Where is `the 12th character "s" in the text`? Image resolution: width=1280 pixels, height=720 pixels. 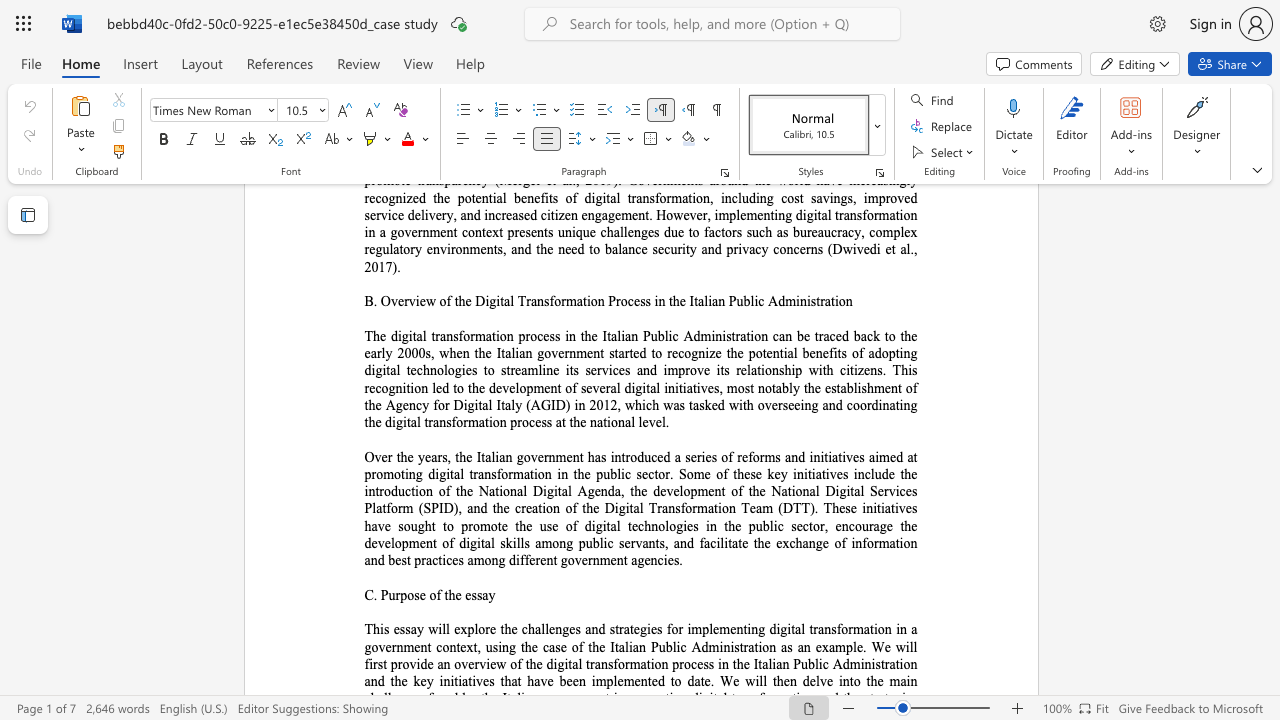
the 12th character "s" in the text is located at coordinates (678, 507).